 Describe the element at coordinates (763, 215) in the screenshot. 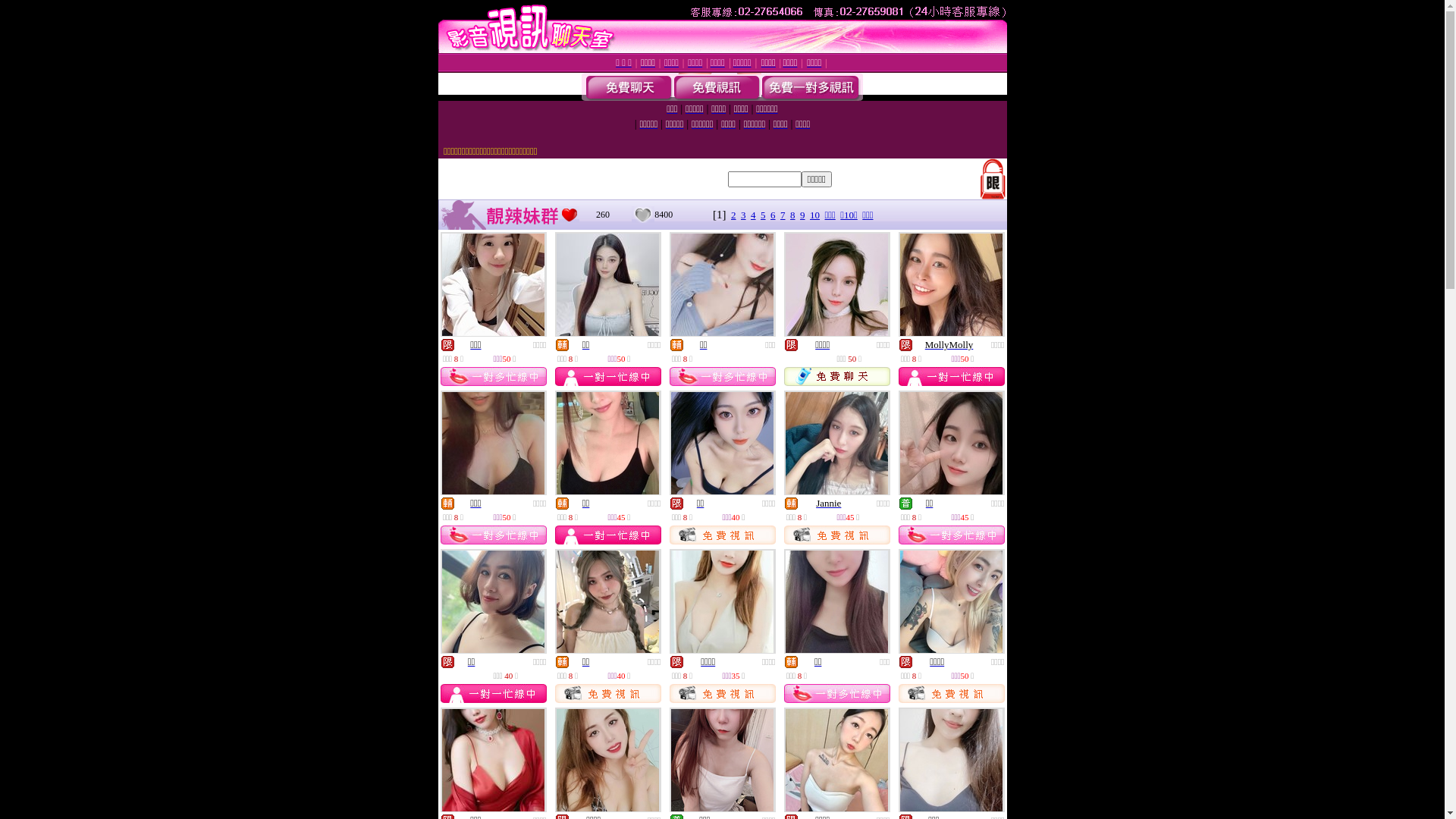

I see `'5'` at that location.